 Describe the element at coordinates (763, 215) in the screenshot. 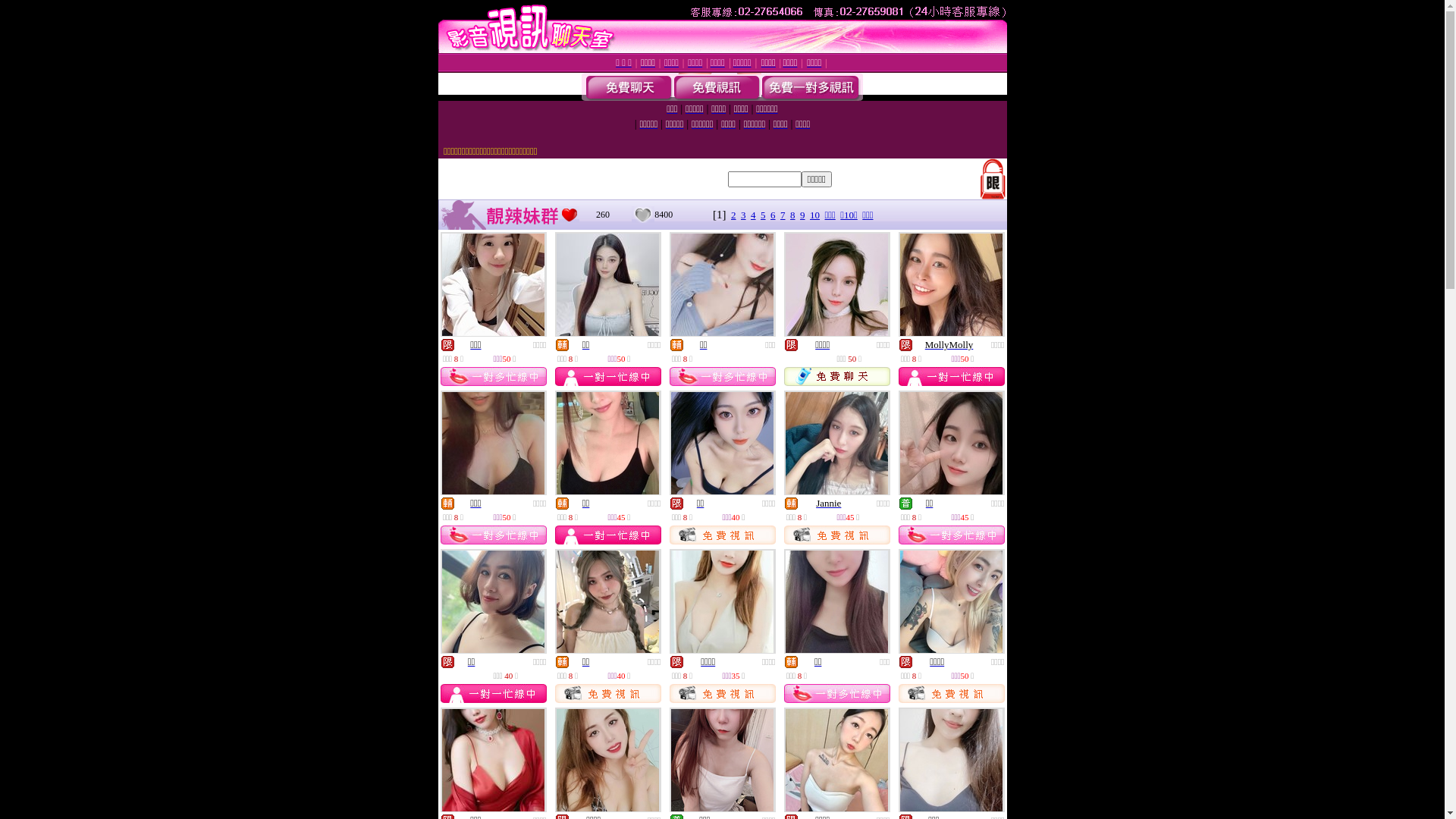

I see `'5'` at that location.